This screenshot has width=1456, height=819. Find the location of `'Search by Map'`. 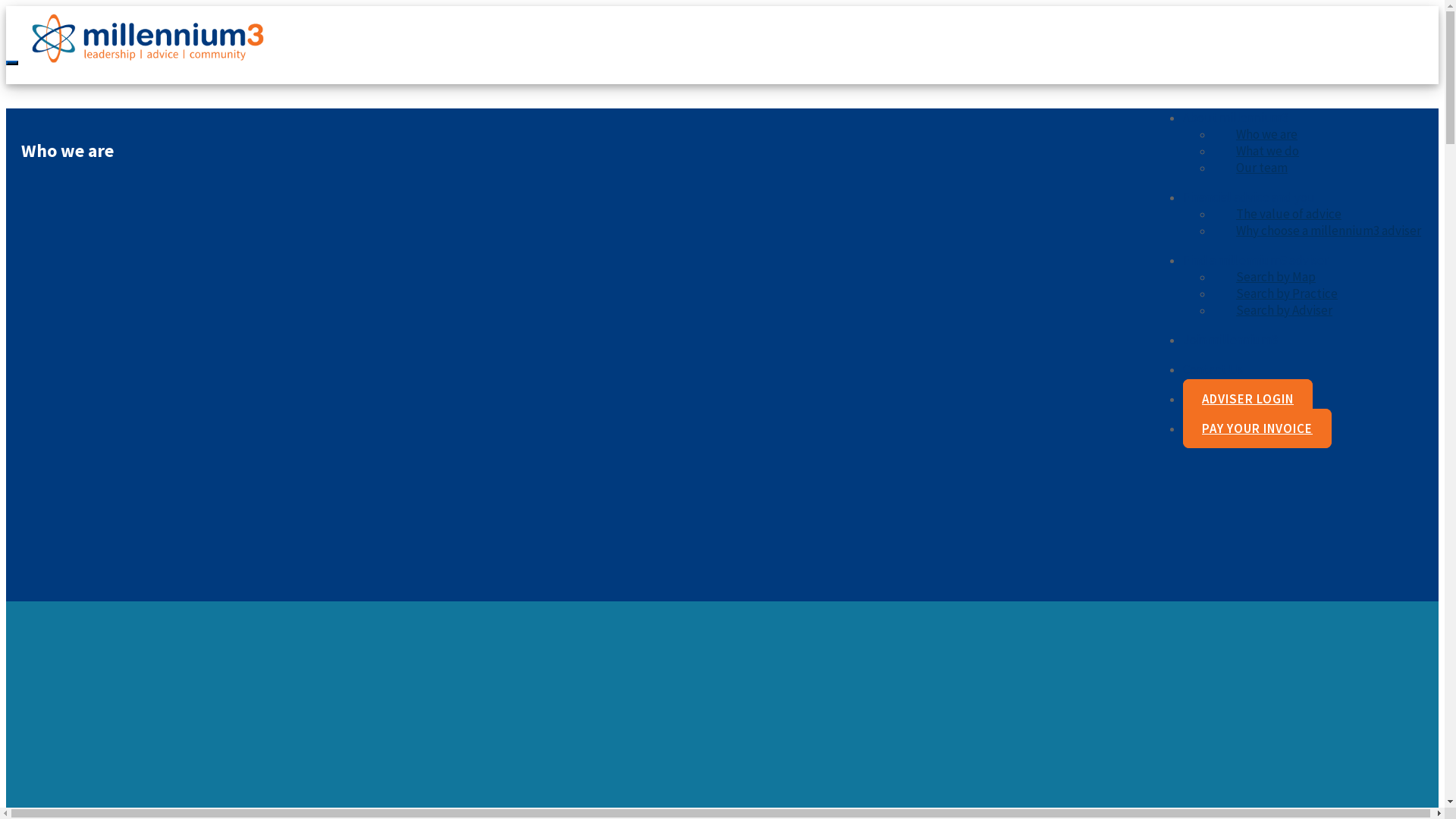

'Search by Map' is located at coordinates (1275, 277).